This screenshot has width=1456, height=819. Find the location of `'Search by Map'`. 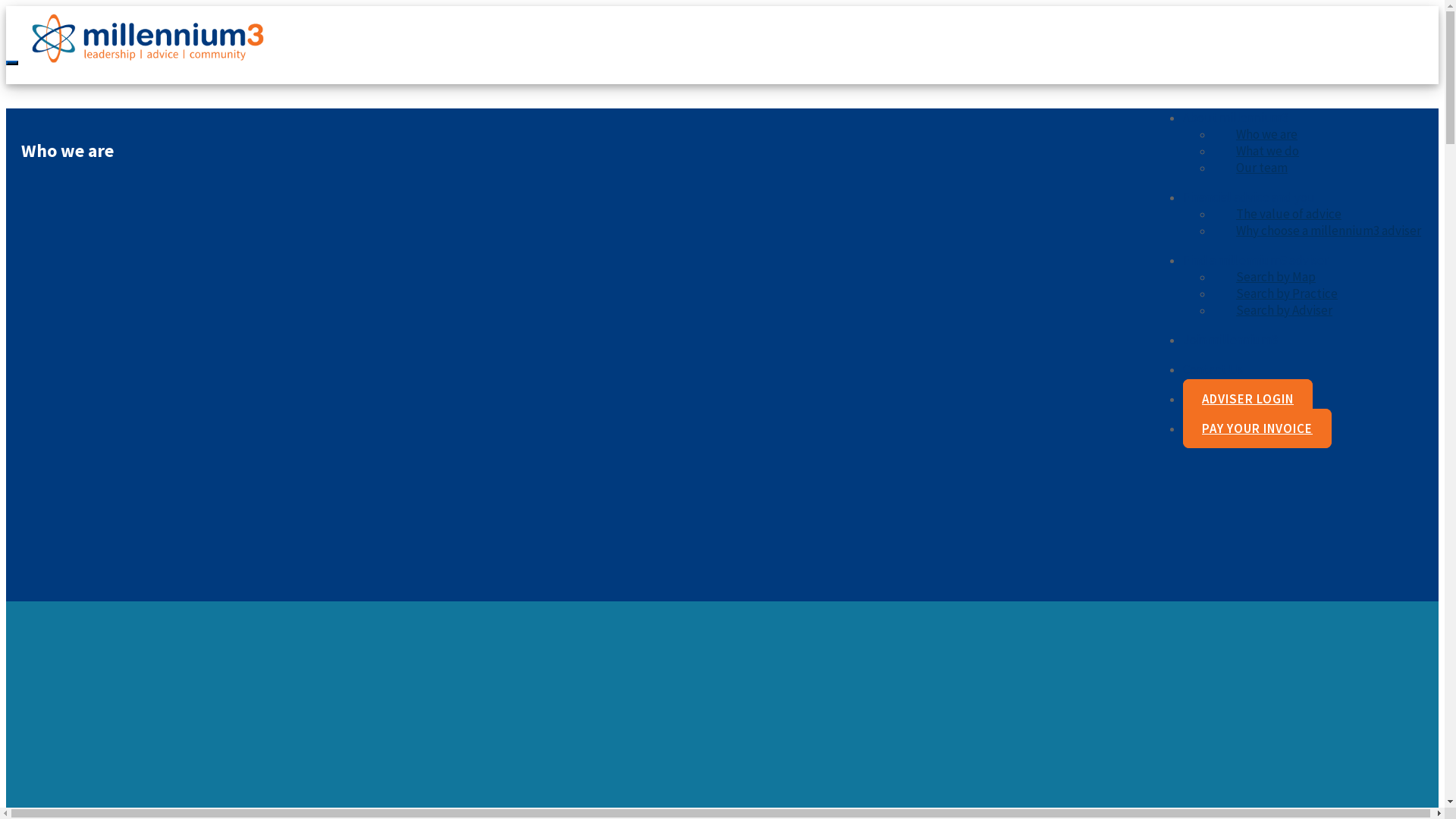

'Search by Map' is located at coordinates (1275, 277).